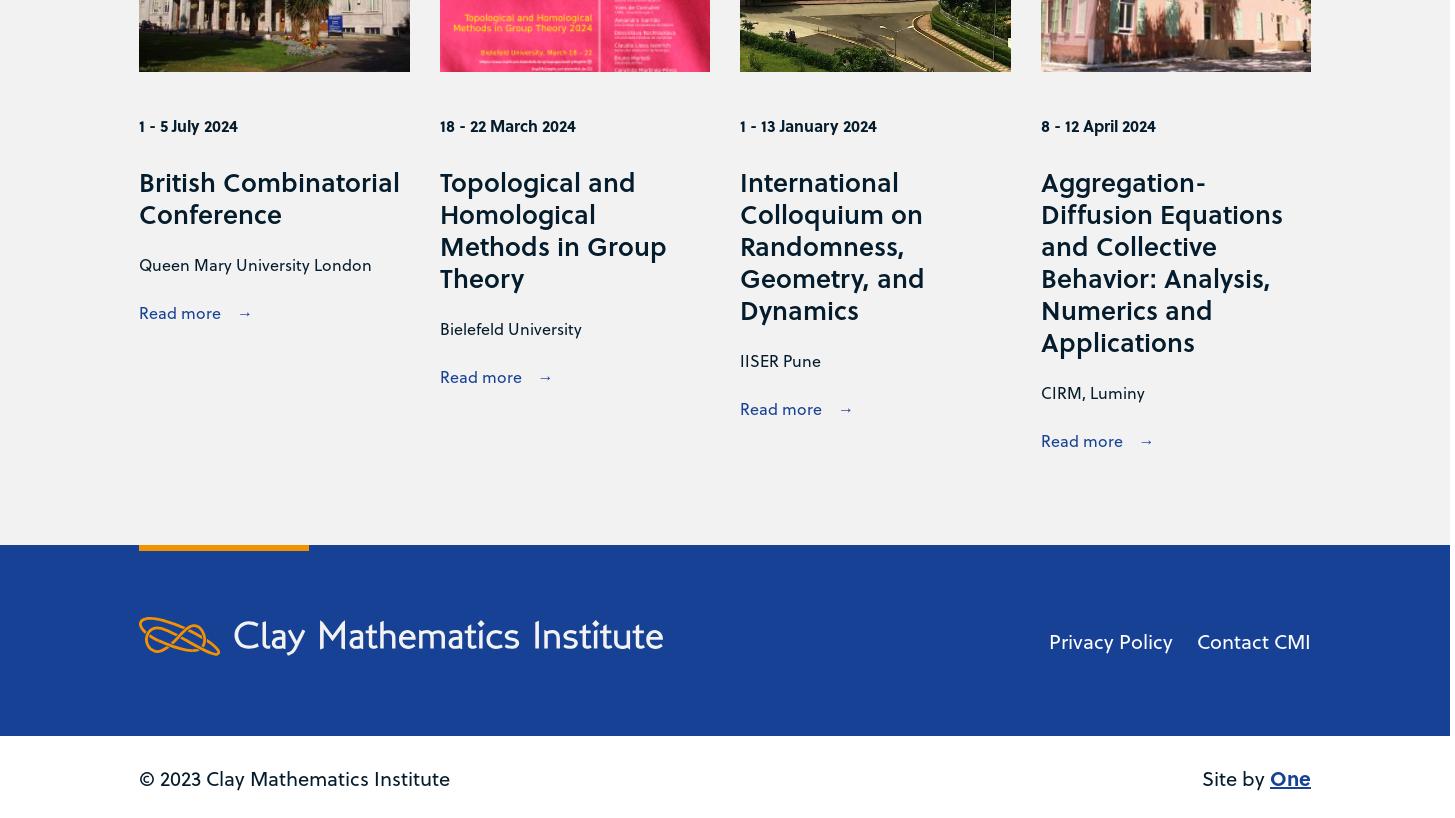 The height and width of the screenshot is (818, 1455). I want to click on 'Contact CMI', so click(1253, 640).